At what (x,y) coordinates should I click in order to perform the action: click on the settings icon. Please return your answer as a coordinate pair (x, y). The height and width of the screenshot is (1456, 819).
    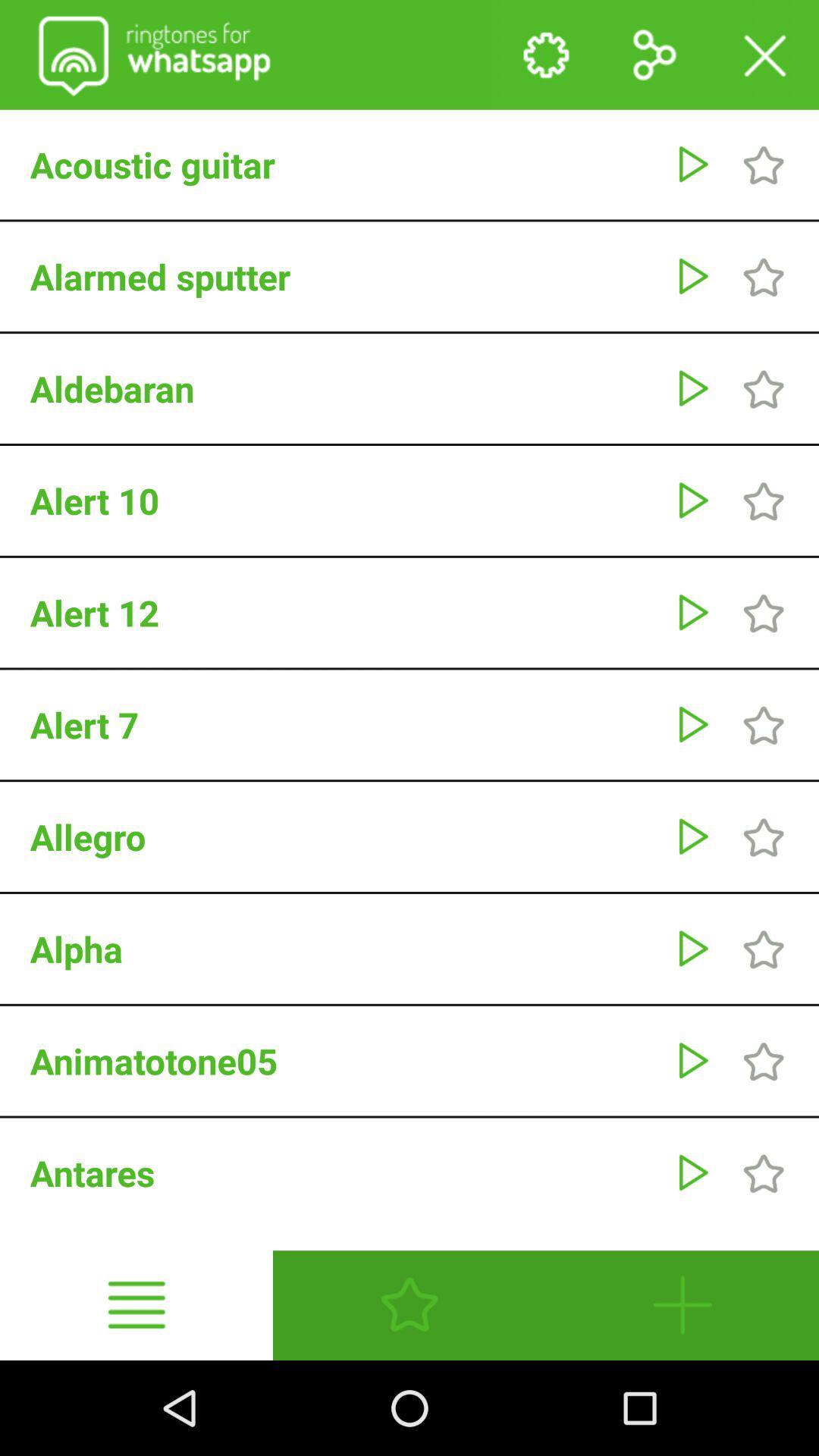
    Looking at the image, I should click on (544, 58).